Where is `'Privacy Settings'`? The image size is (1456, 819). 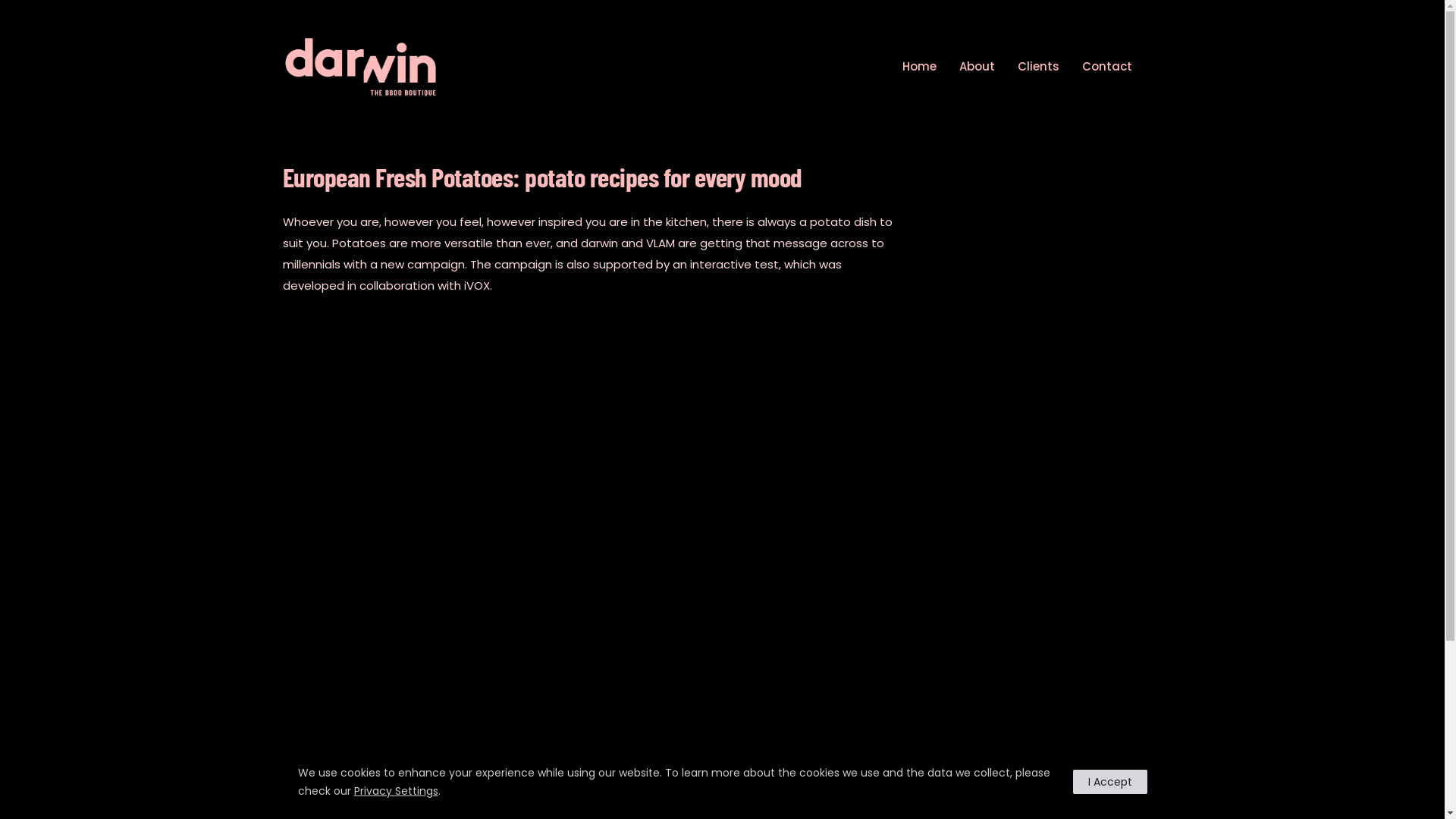
'Privacy Settings' is located at coordinates (395, 789).